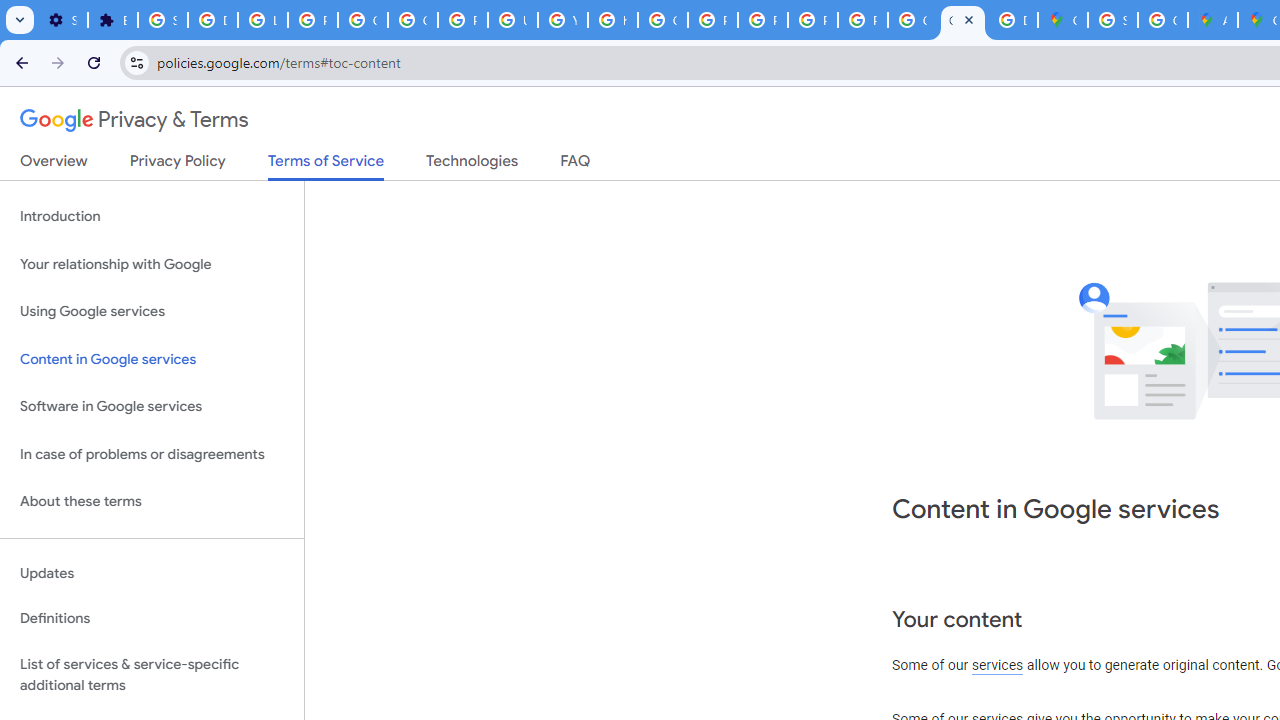 This screenshot has height=720, width=1280. I want to click on 'Content in Google services', so click(151, 358).